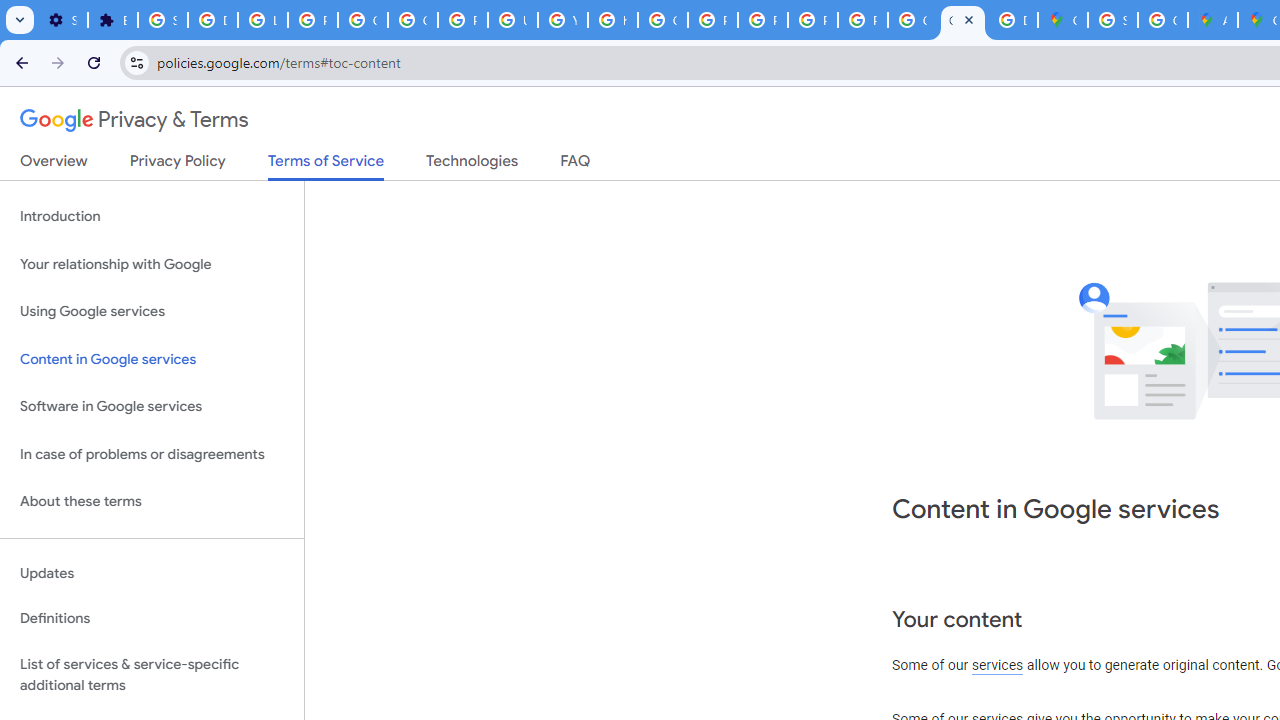 This screenshot has height=720, width=1280. I want to click on 'Content in Google services', so click(151, 358).